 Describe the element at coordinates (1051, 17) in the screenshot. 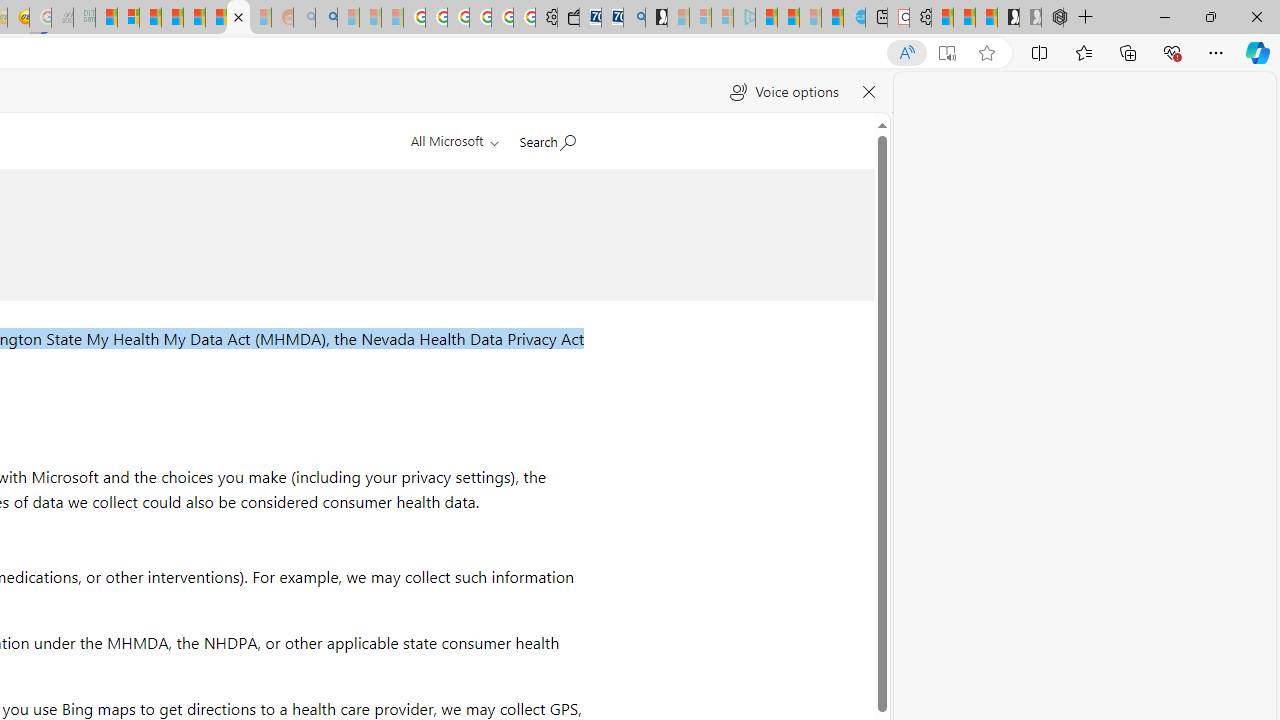

I see `'Nordace - Nordace Siena Is Not An Ordinary Backpack'` at that location.